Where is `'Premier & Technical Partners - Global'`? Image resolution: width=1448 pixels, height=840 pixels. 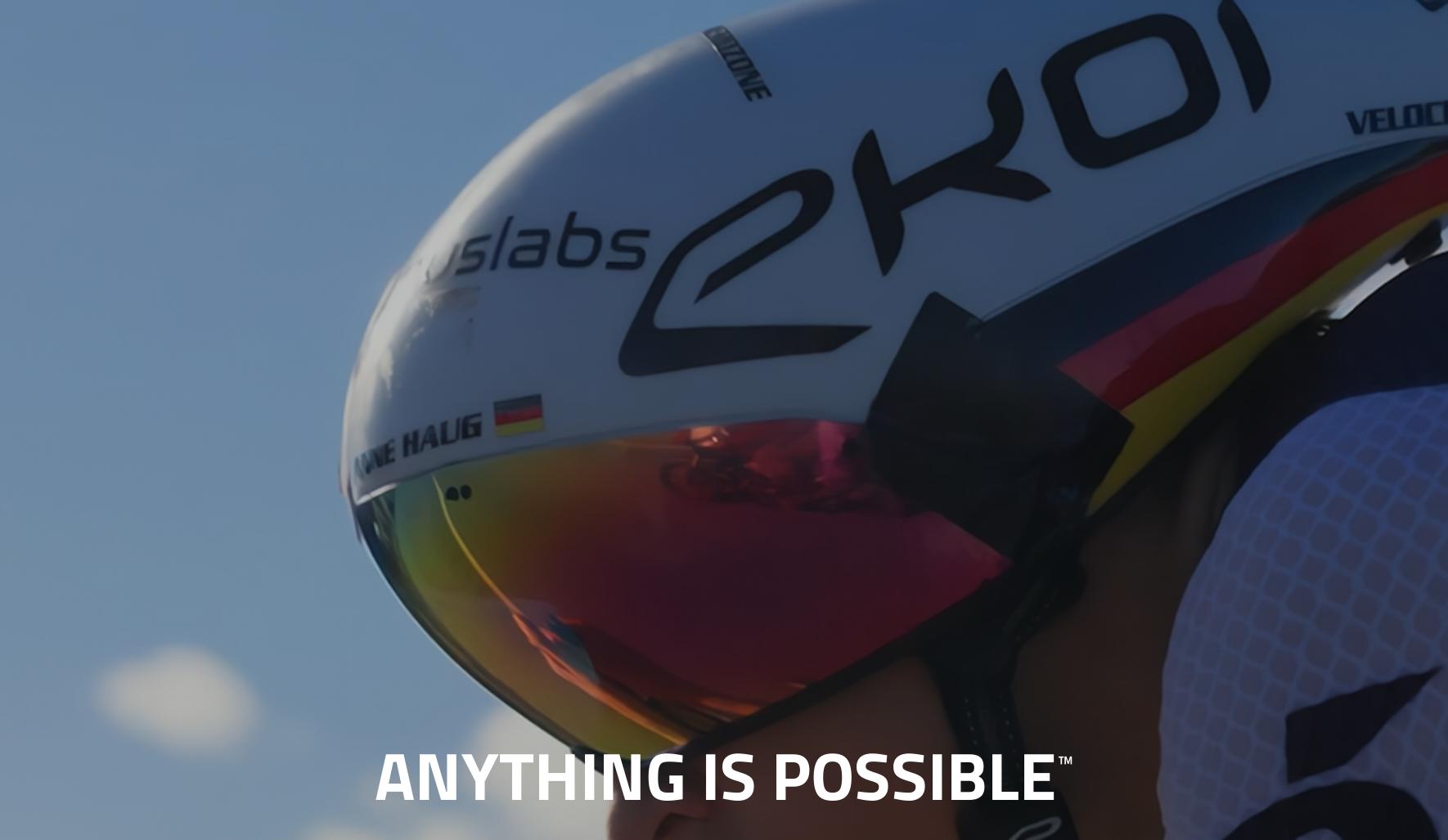
'Premier & Technical Partners - Global' is located at coordinates (565, 595).